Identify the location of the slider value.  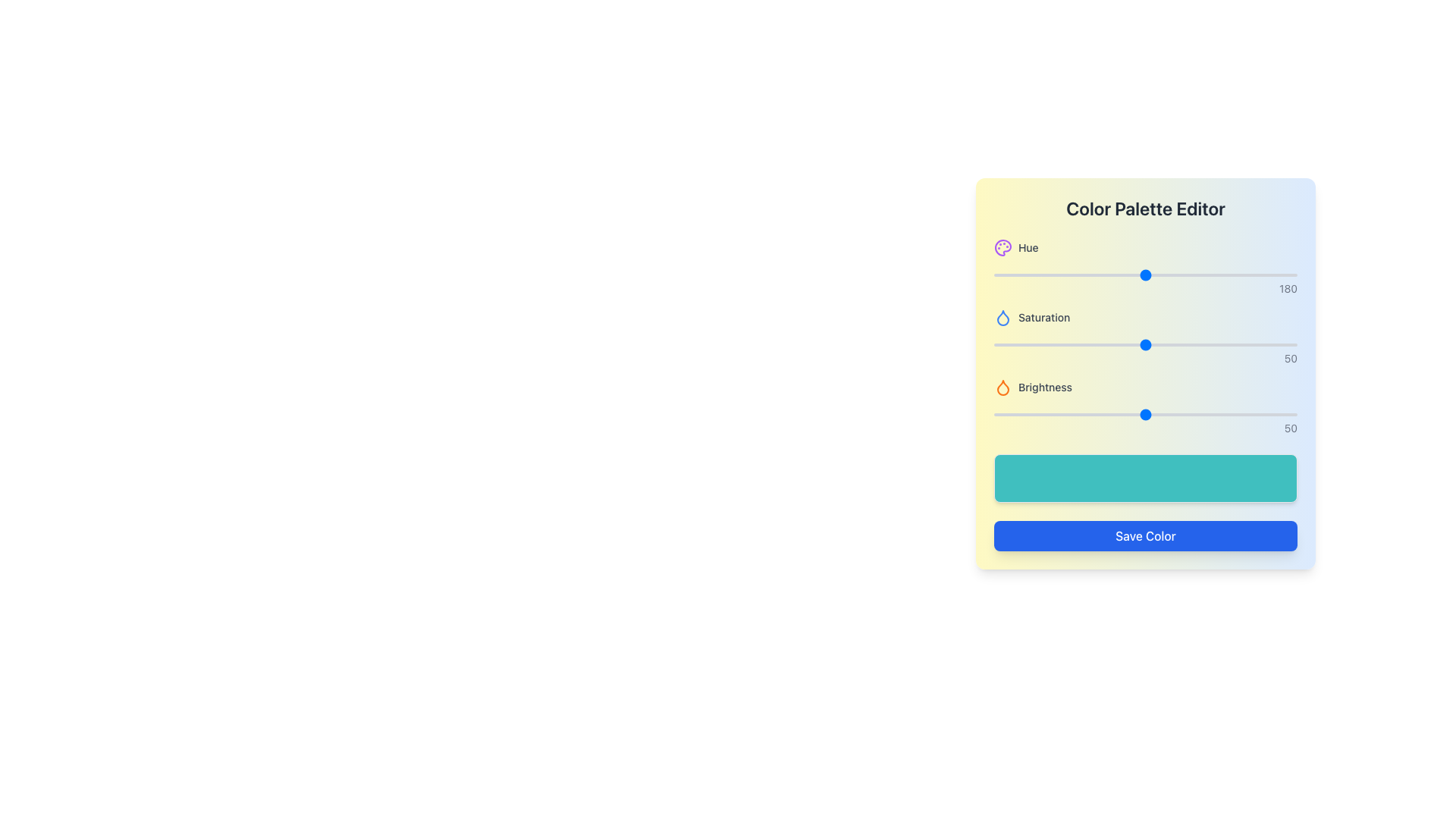
(1227, 345).